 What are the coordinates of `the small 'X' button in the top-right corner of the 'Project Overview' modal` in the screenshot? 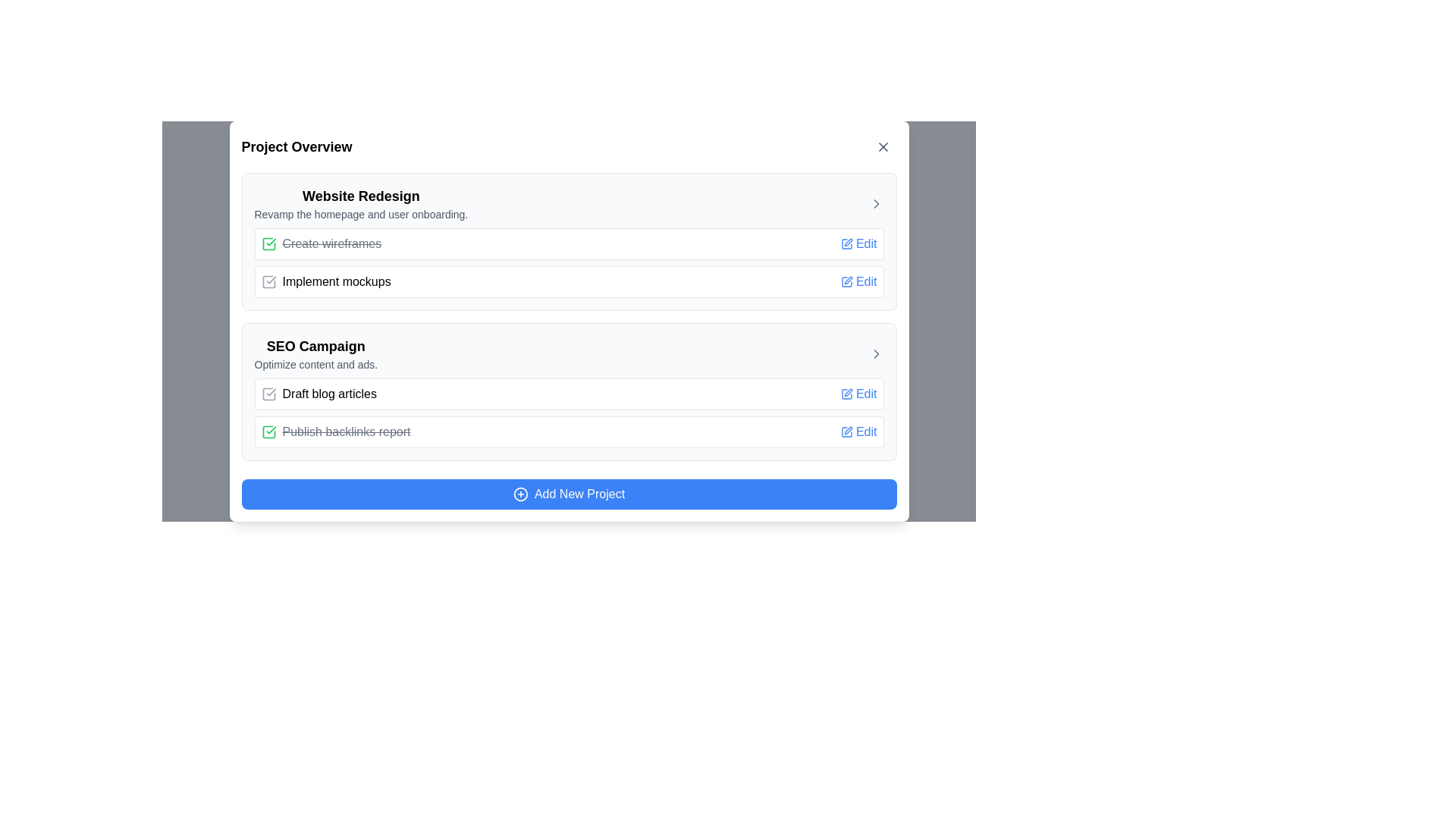 It's located at (883, 146).